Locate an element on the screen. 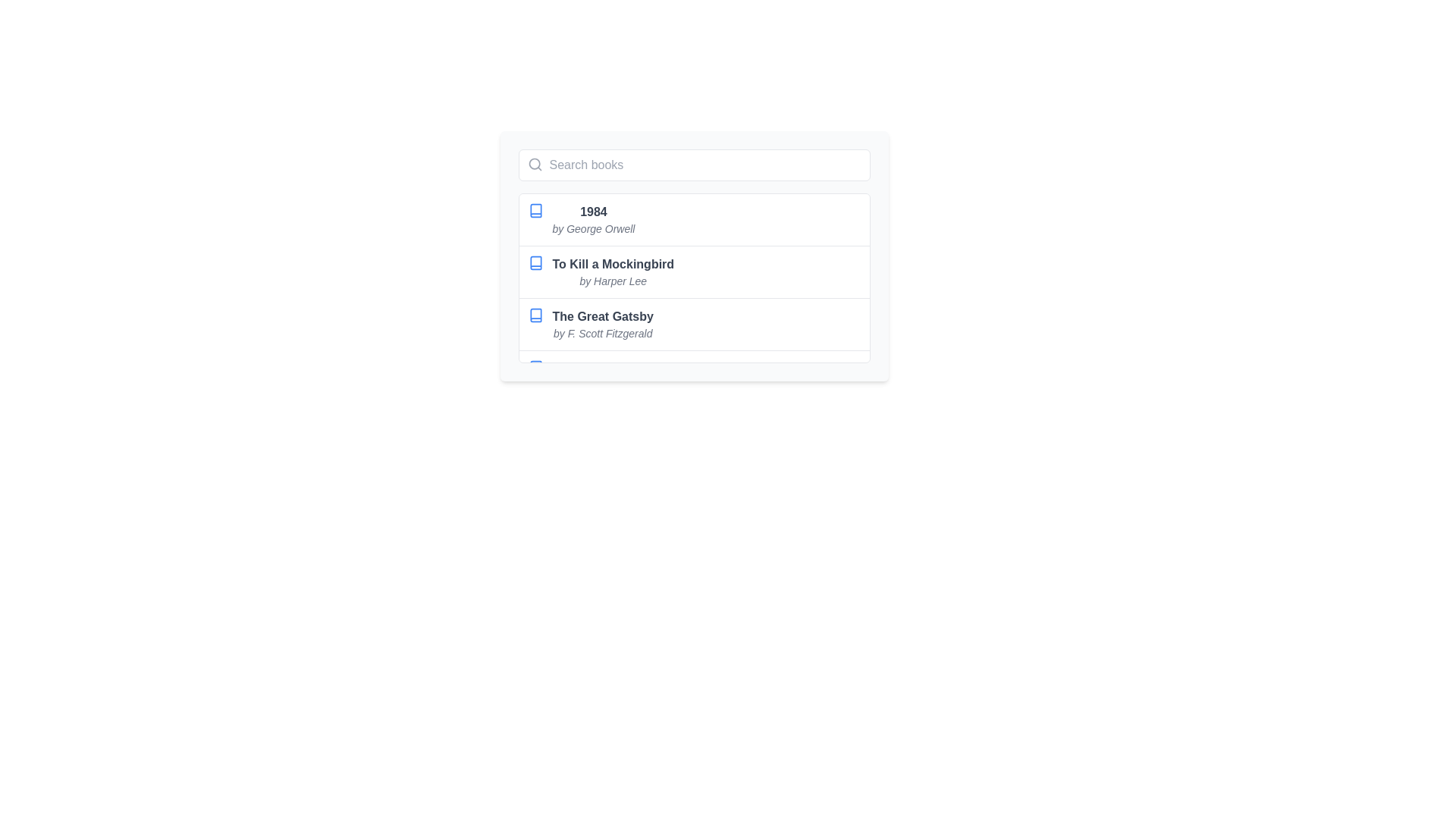 This screenshot has height=819, width=1456. the decorative SVG icon of a book, which is an outlined rectangle with a line through its top, located in the second row before the text 'To Kill a Mockingbird' by 'Harper Lee' is located at coordinates (535, 262).